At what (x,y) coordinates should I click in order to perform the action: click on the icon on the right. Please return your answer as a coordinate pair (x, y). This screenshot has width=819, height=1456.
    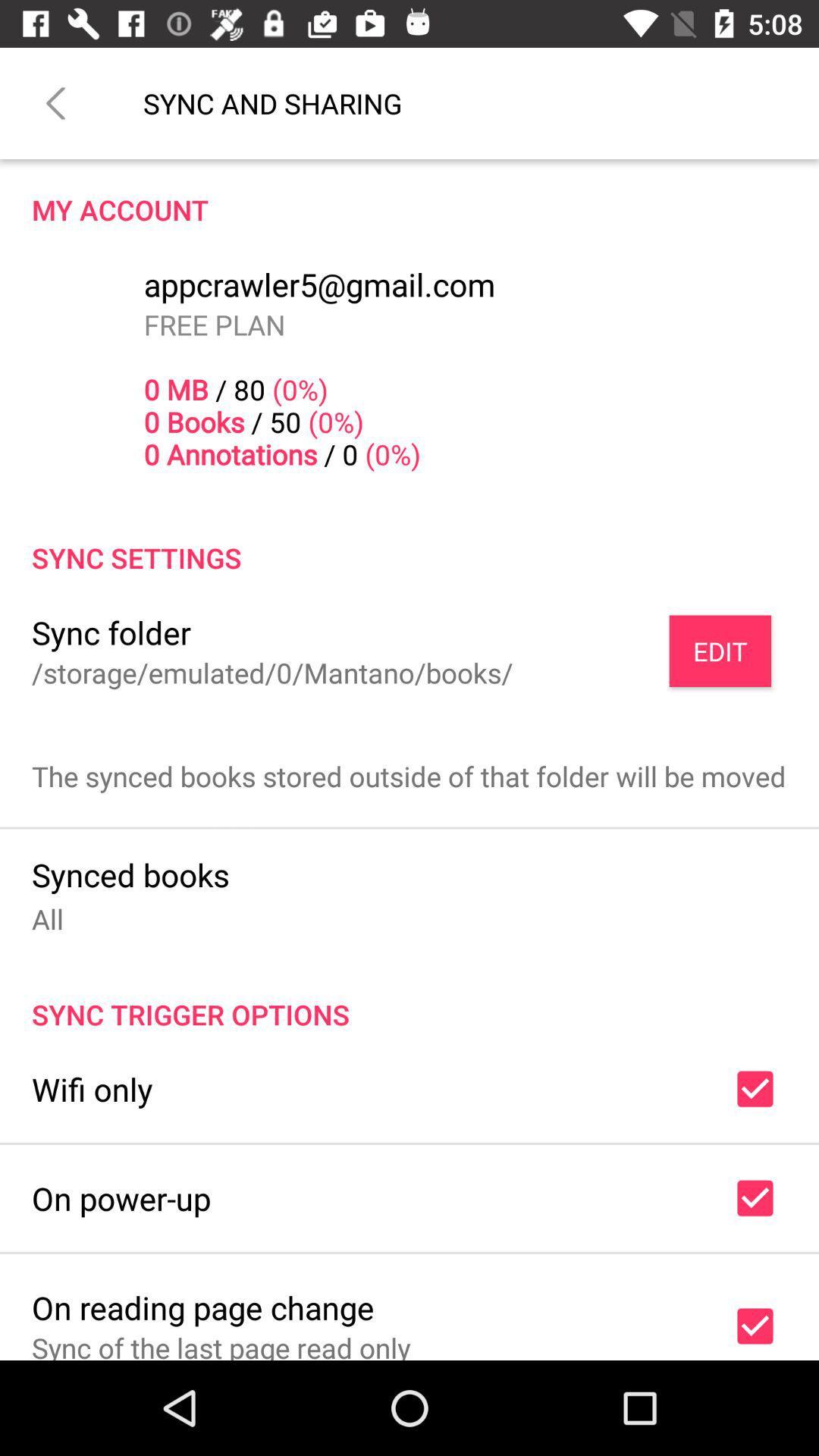
    Looking at the image, I should click on (719, 651).